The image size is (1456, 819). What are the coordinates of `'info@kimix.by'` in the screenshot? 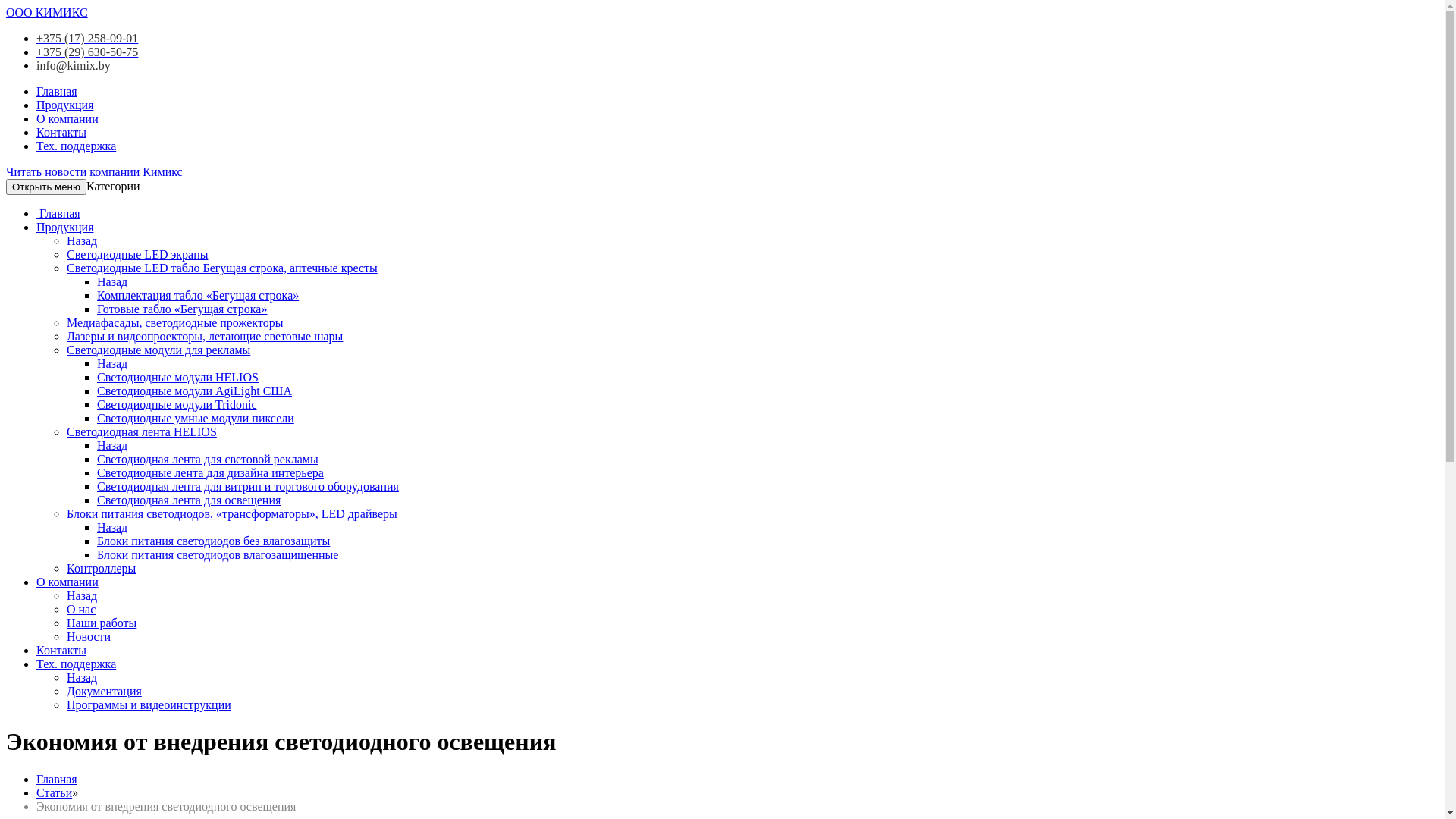 It's located at (72, 64).